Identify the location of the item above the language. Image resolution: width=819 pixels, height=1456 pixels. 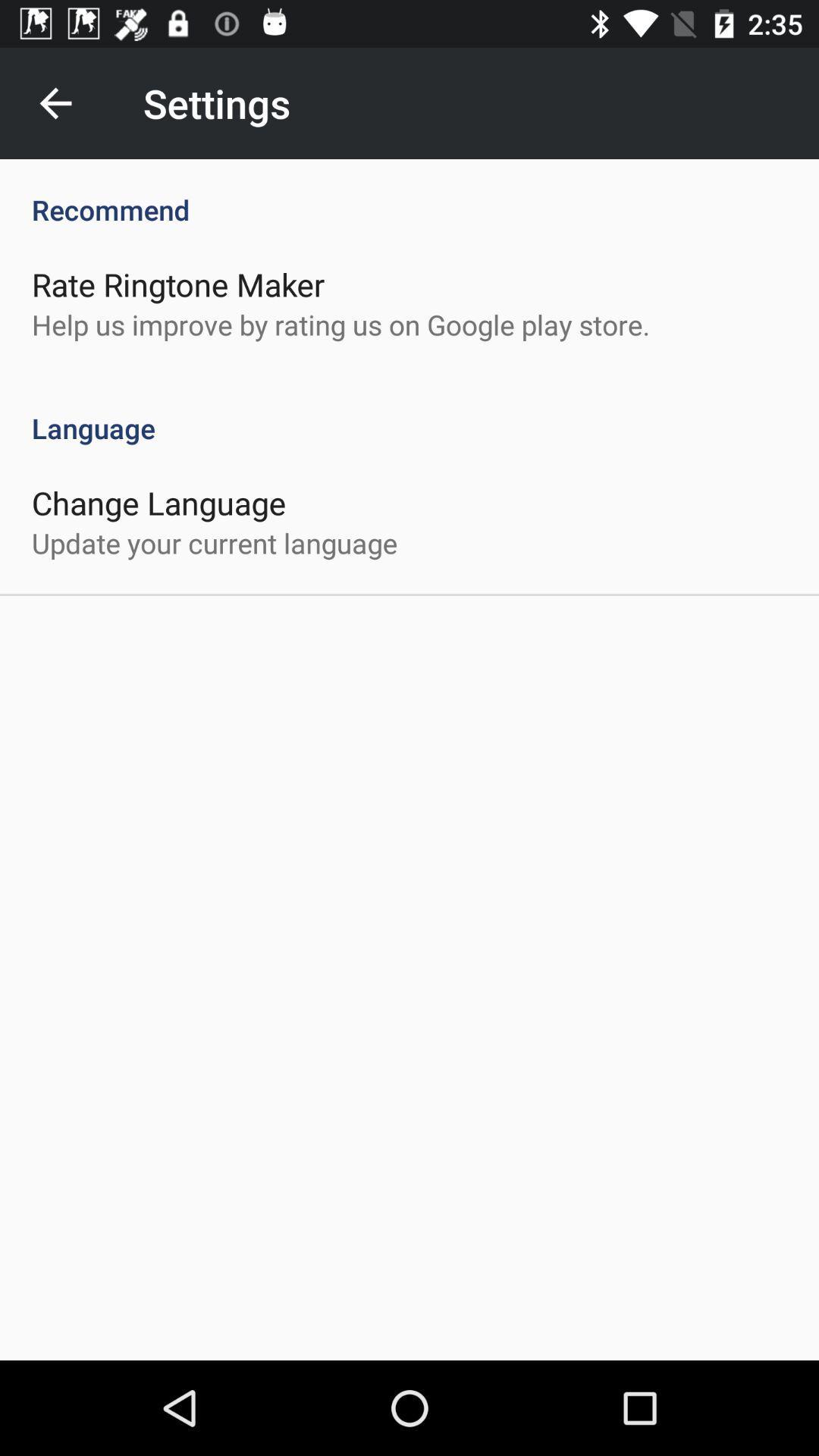
(340, 324).